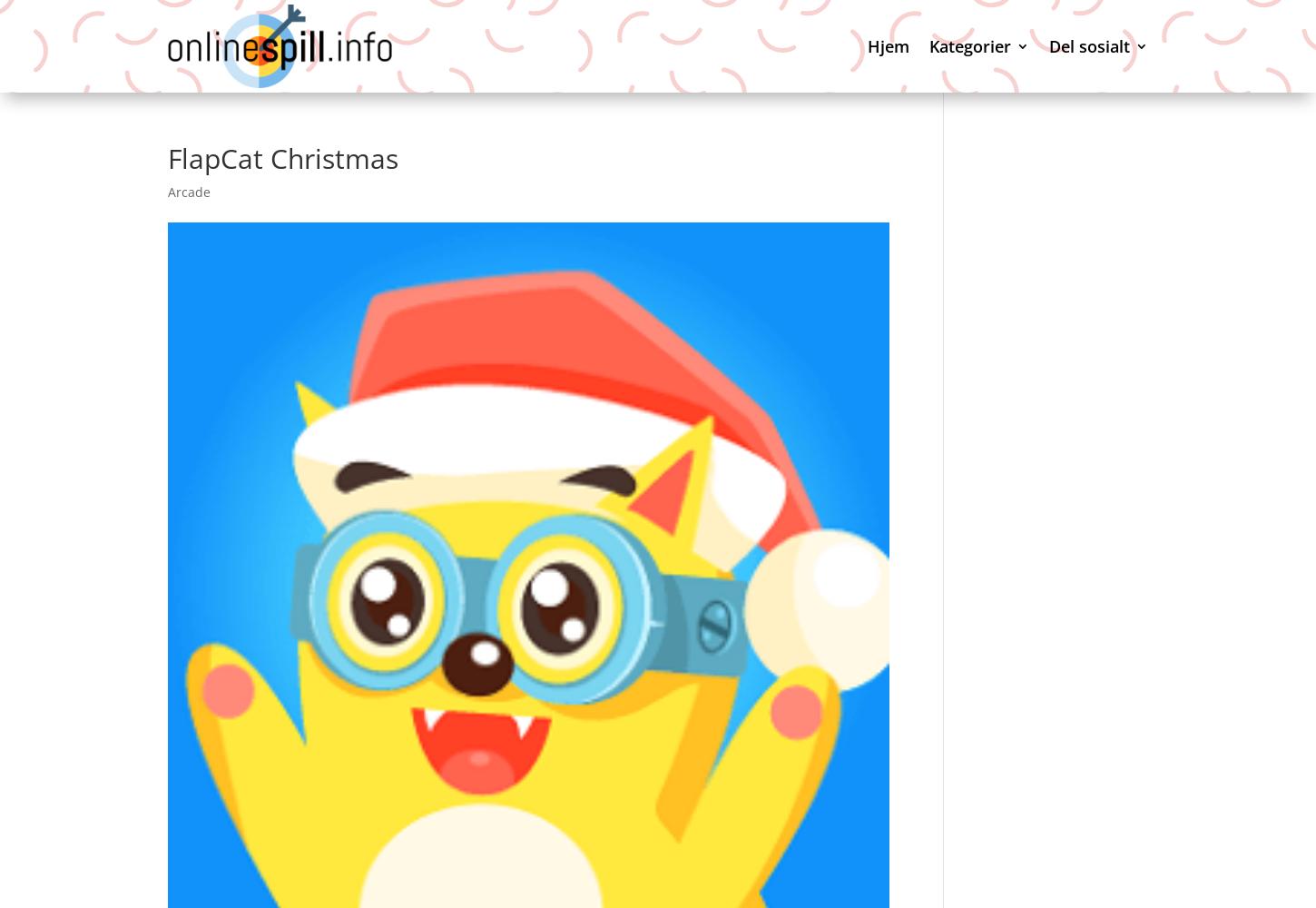 The height and width of the screenshot is (908, 1316). Describe the element at coordinates (969, 45) in the screenshot. I see `'Kategorier'` at that location.